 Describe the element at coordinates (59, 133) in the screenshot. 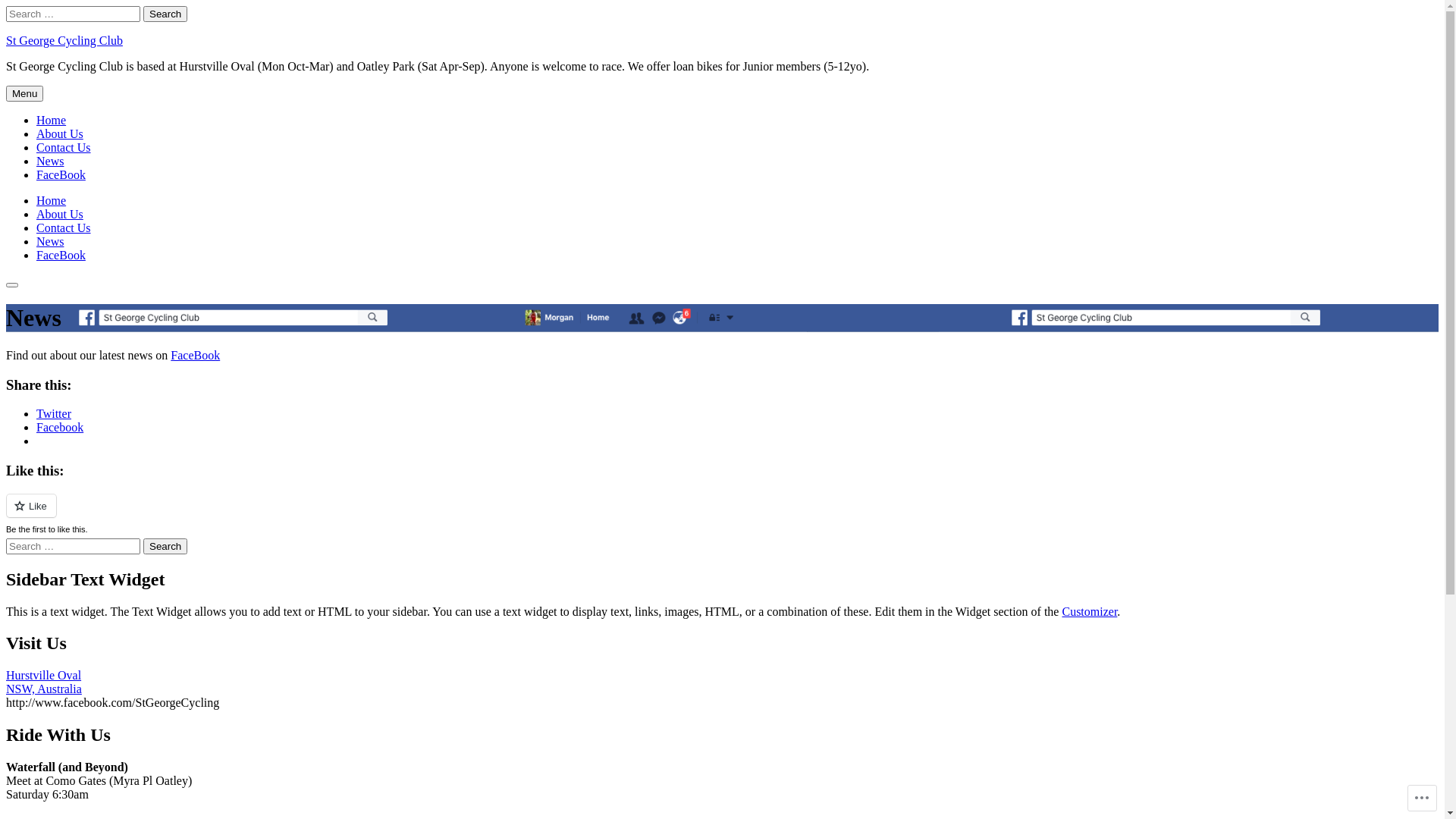

I see `'About Us'` at that location.